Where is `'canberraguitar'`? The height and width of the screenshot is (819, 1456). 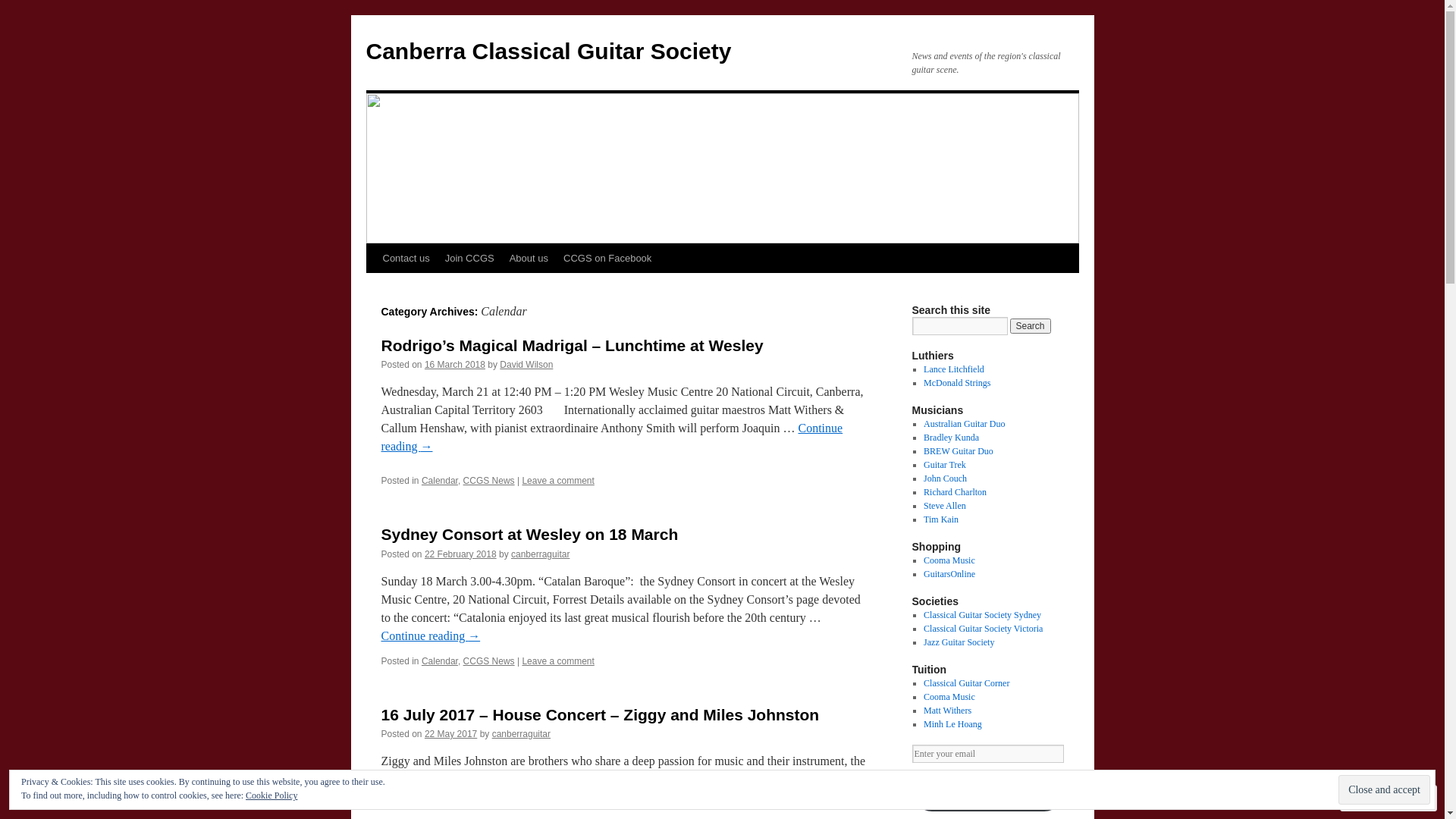 'canberraguitar' is located at coordinates (540, 554).